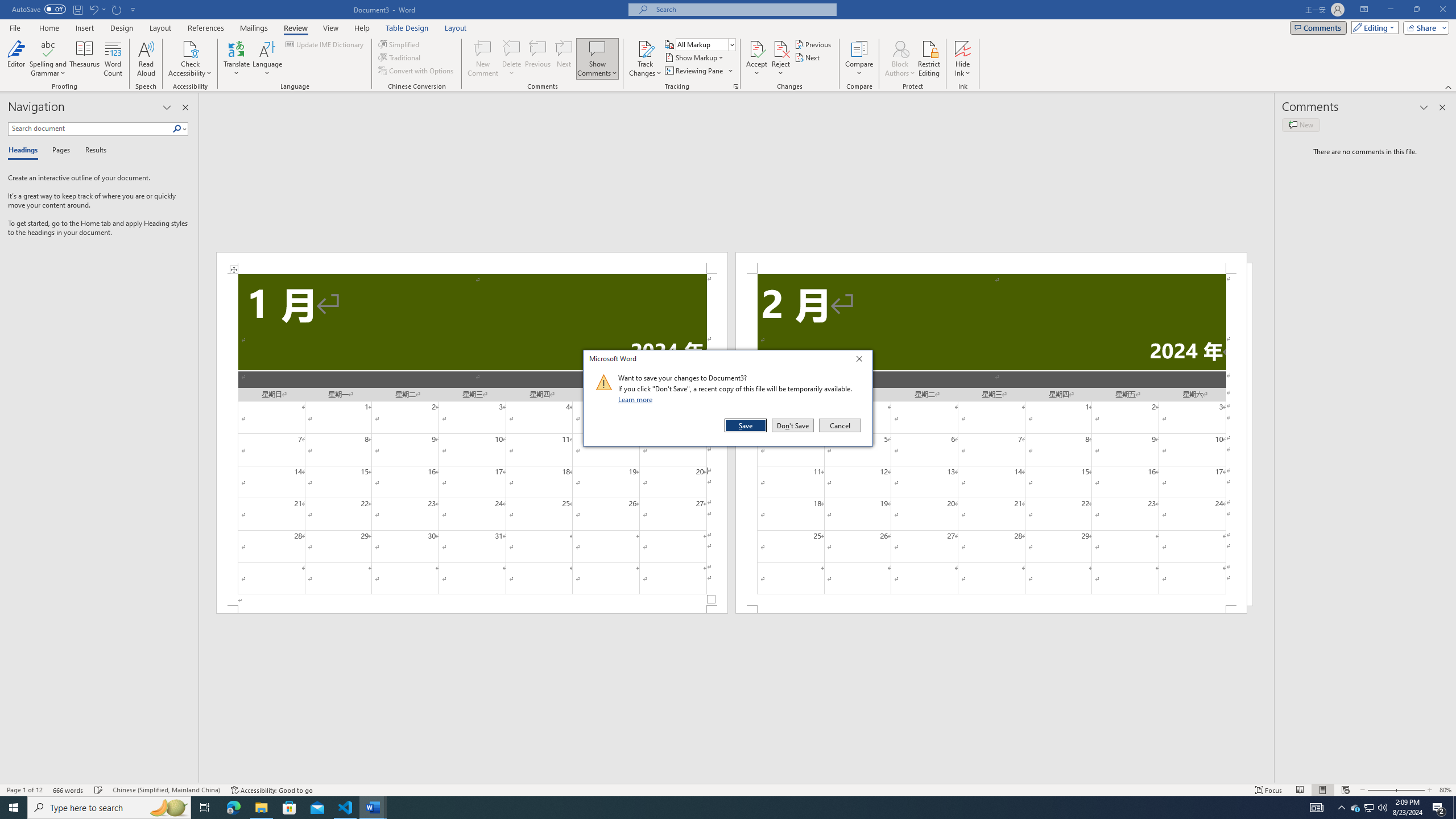  I want to click on 'Reviewing Pane', so click(698, 69).